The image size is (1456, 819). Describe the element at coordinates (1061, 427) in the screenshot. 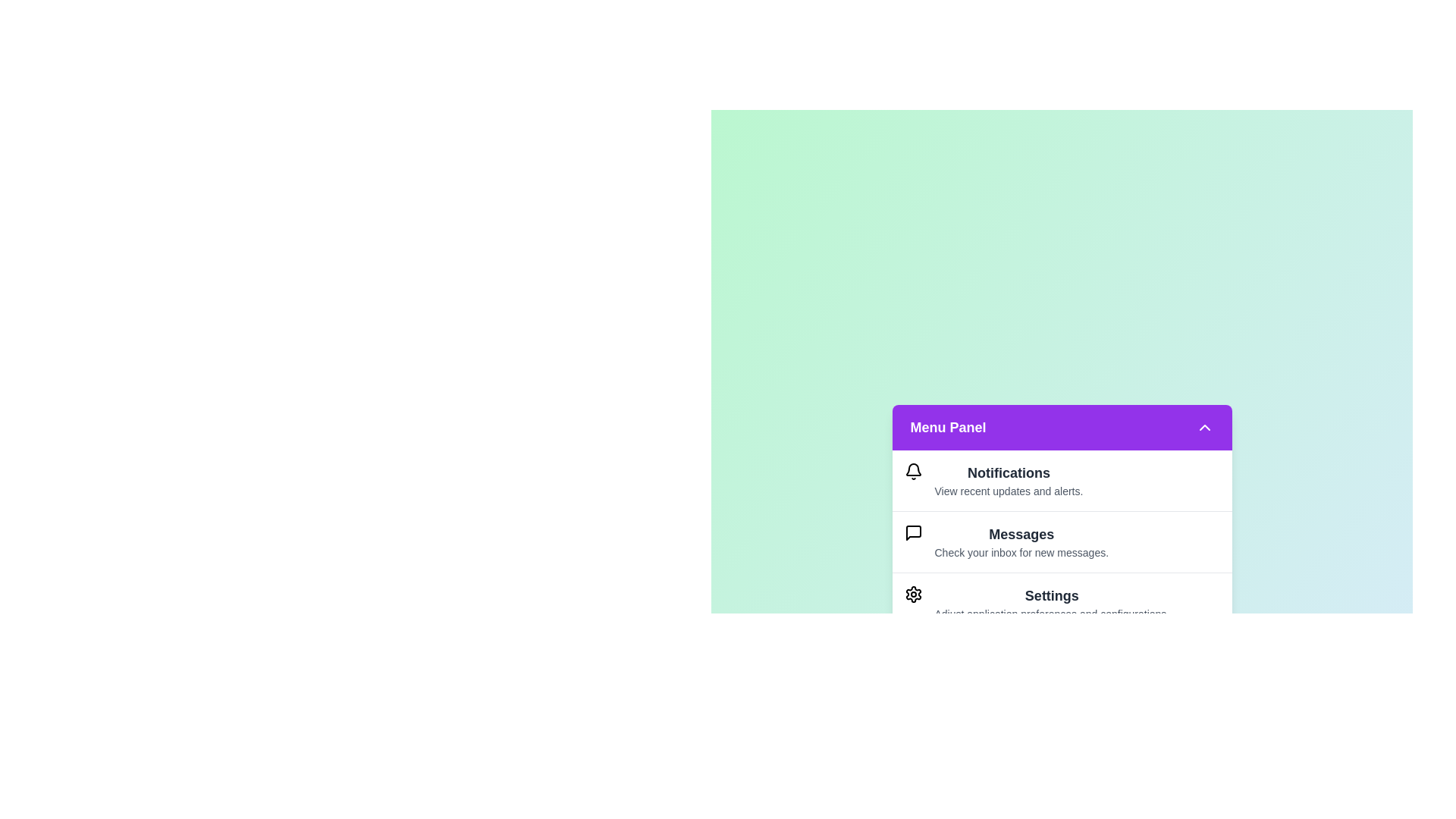

I see `the 'Menu Panel' button to toggle the menu` at that location.